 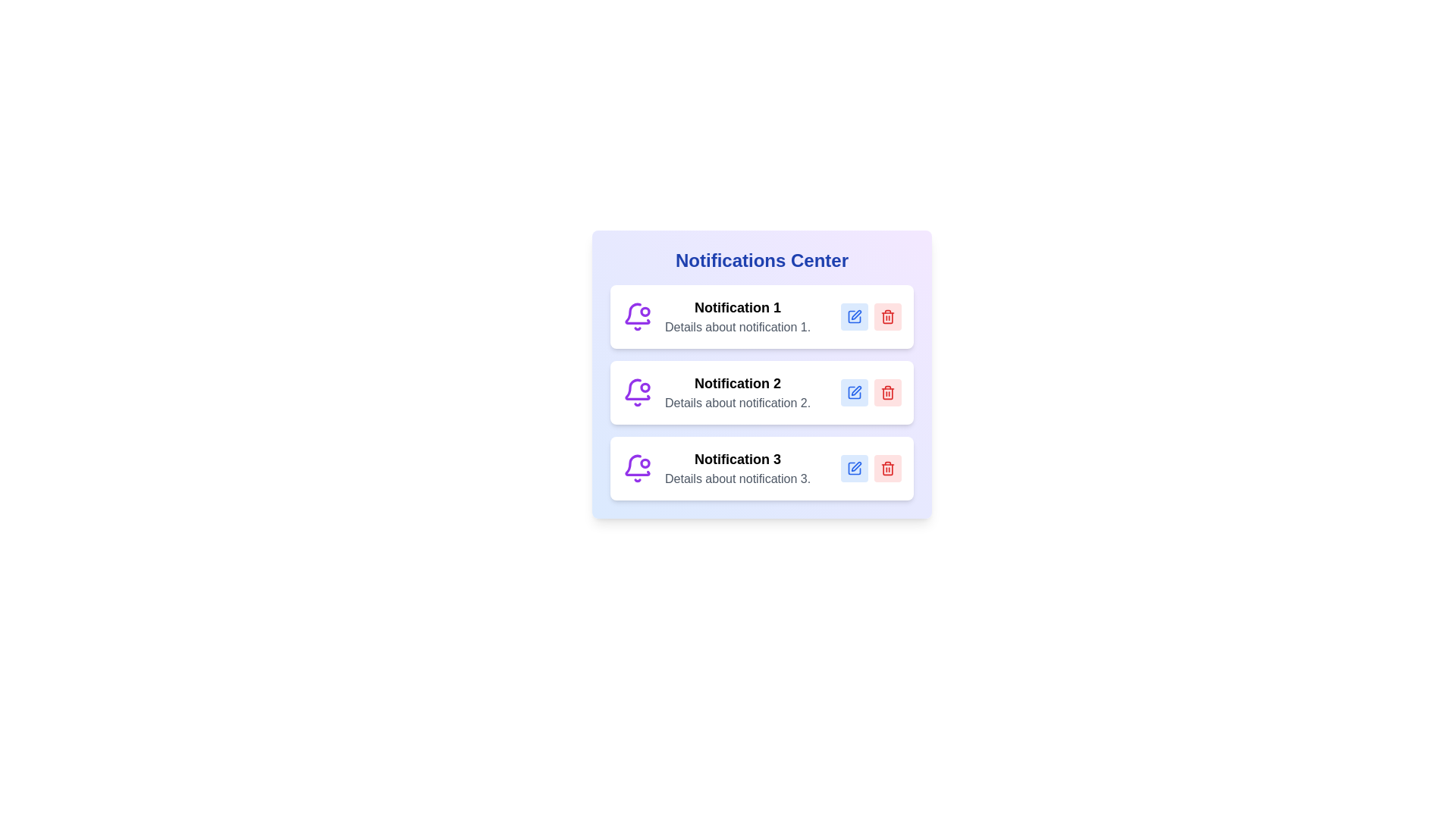 What do you see at coordinates (738, 467) in the screenshot?
I see `the notification text block titled 'Notification 3' which contains details about notification 3` at bounding box center [738, 467].